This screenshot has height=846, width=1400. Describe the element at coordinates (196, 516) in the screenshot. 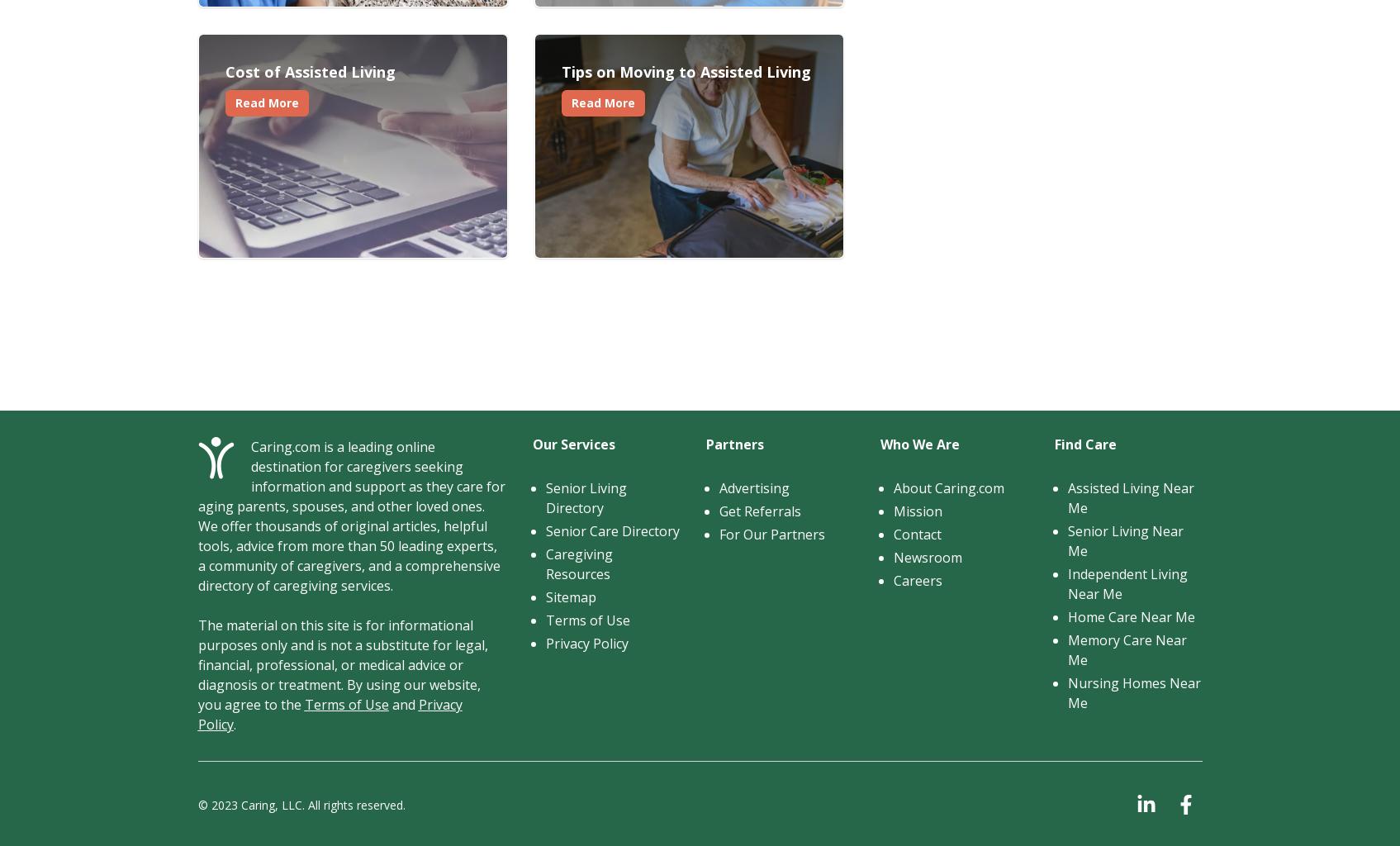

I see `'Caring.com is a leading online destination for caregivers seeking information and support as they care for aging parents, spouses, and other loved ones. We offer thousands of original articles, helpful tools, advice from more than 50 leading experts, a community of caregivers, and a comprehensive directory of caregiving services.'` at that location.